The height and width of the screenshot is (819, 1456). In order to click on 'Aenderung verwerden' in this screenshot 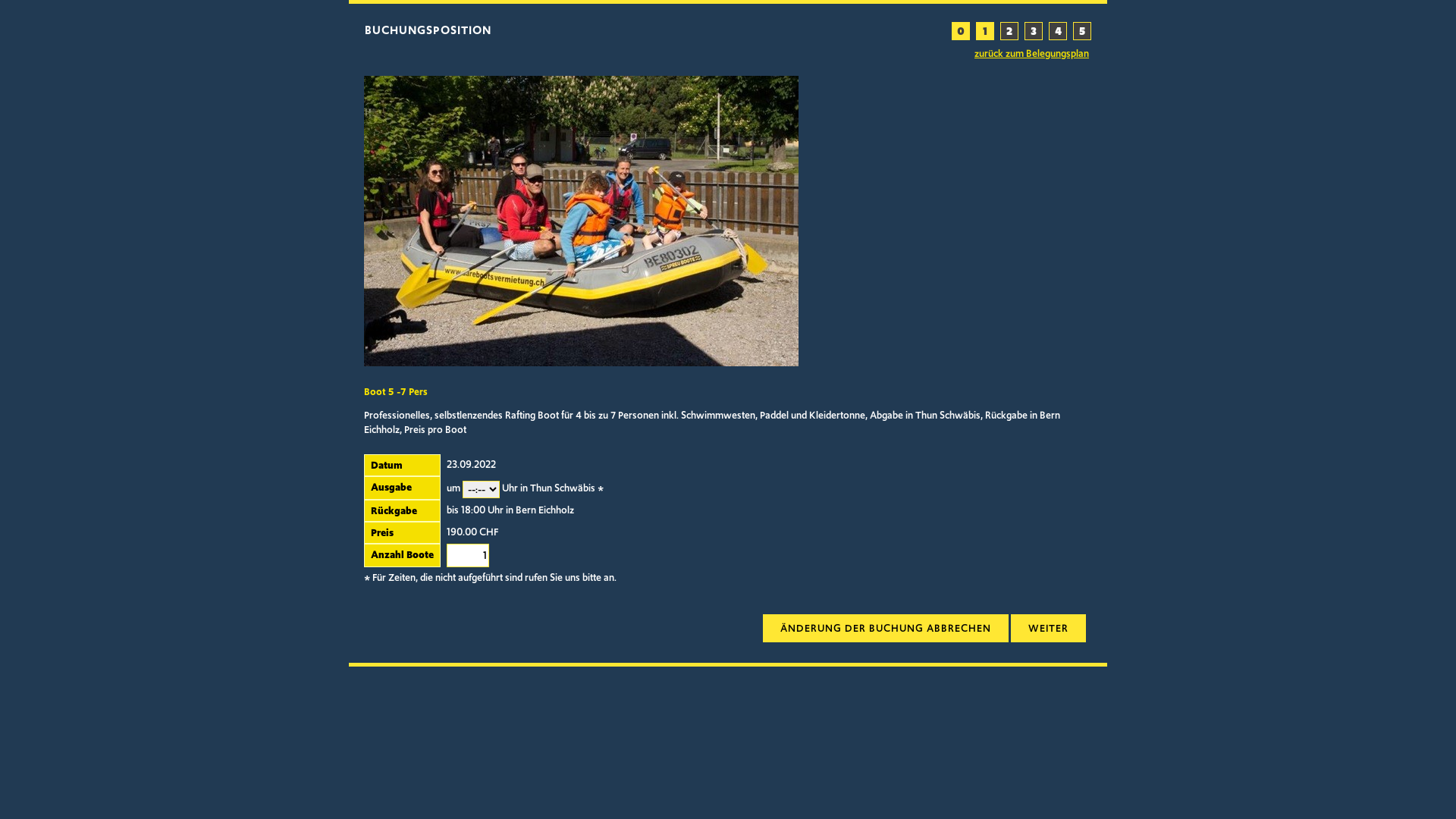, I will do `click(885, 628)`.